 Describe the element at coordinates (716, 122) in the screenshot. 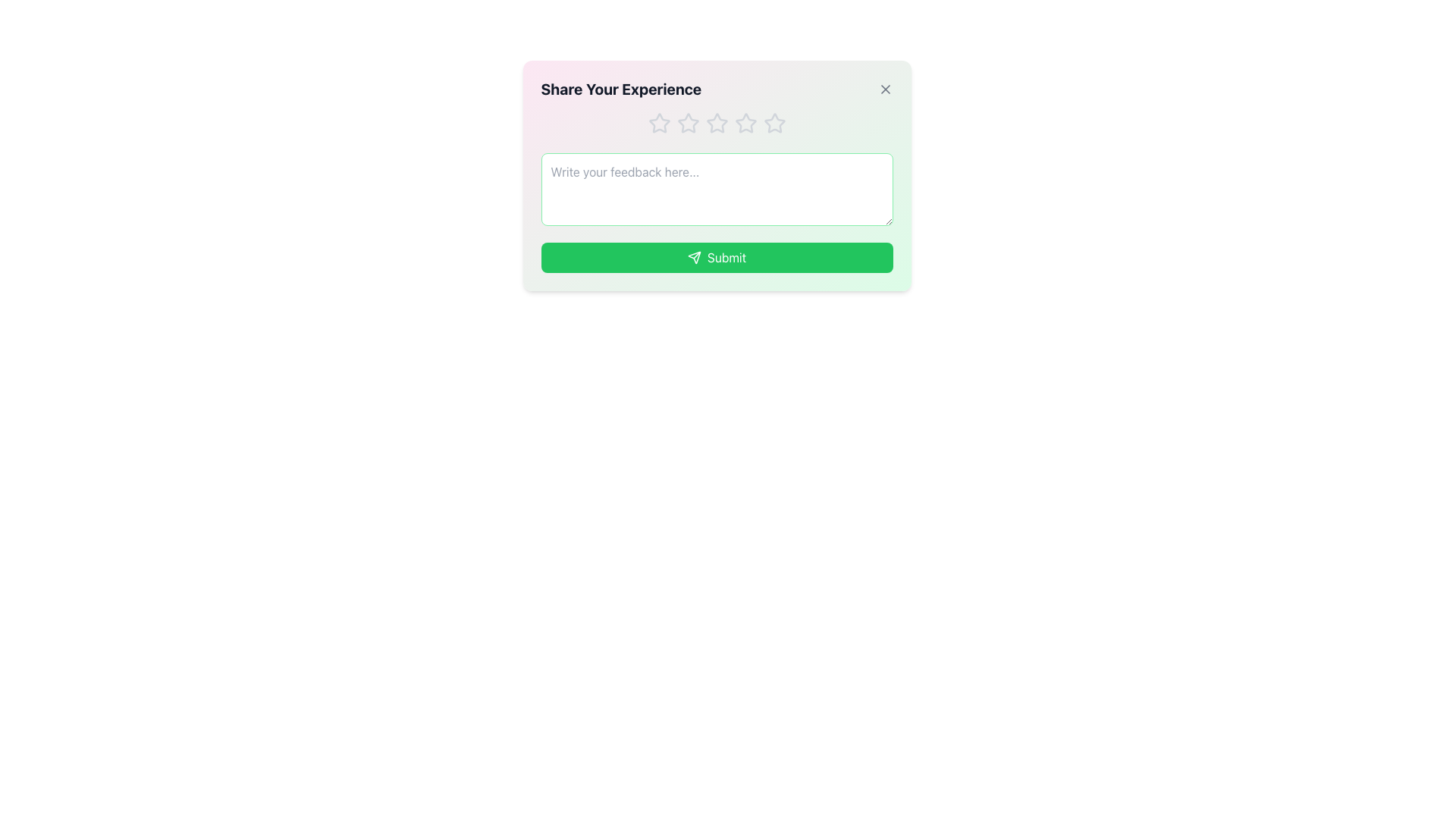

I see `the star in the Rating control` at that location.